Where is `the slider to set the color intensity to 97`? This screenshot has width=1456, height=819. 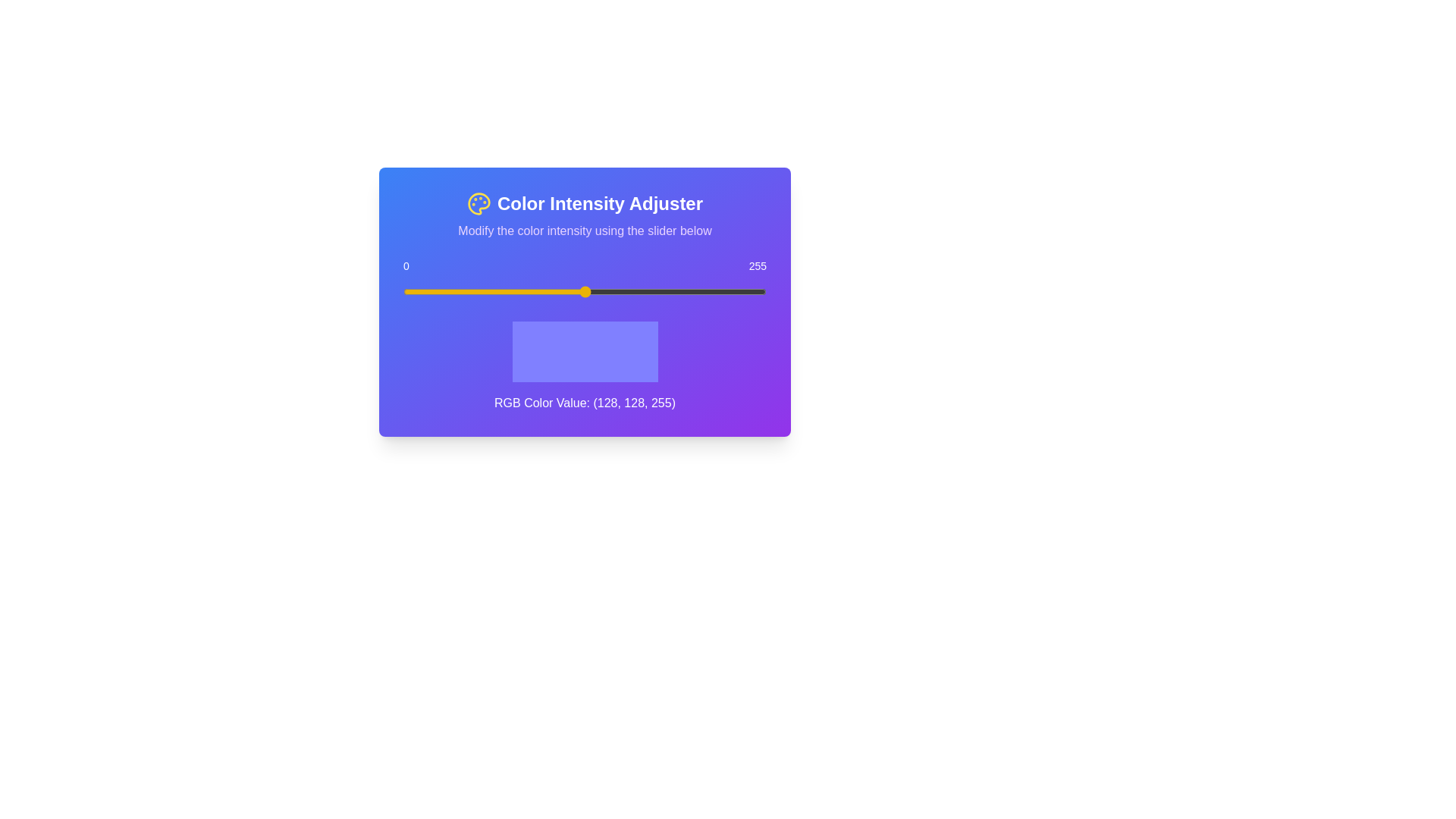 the slider to set the color intensity to 97 is located at coordinates (541, 292).